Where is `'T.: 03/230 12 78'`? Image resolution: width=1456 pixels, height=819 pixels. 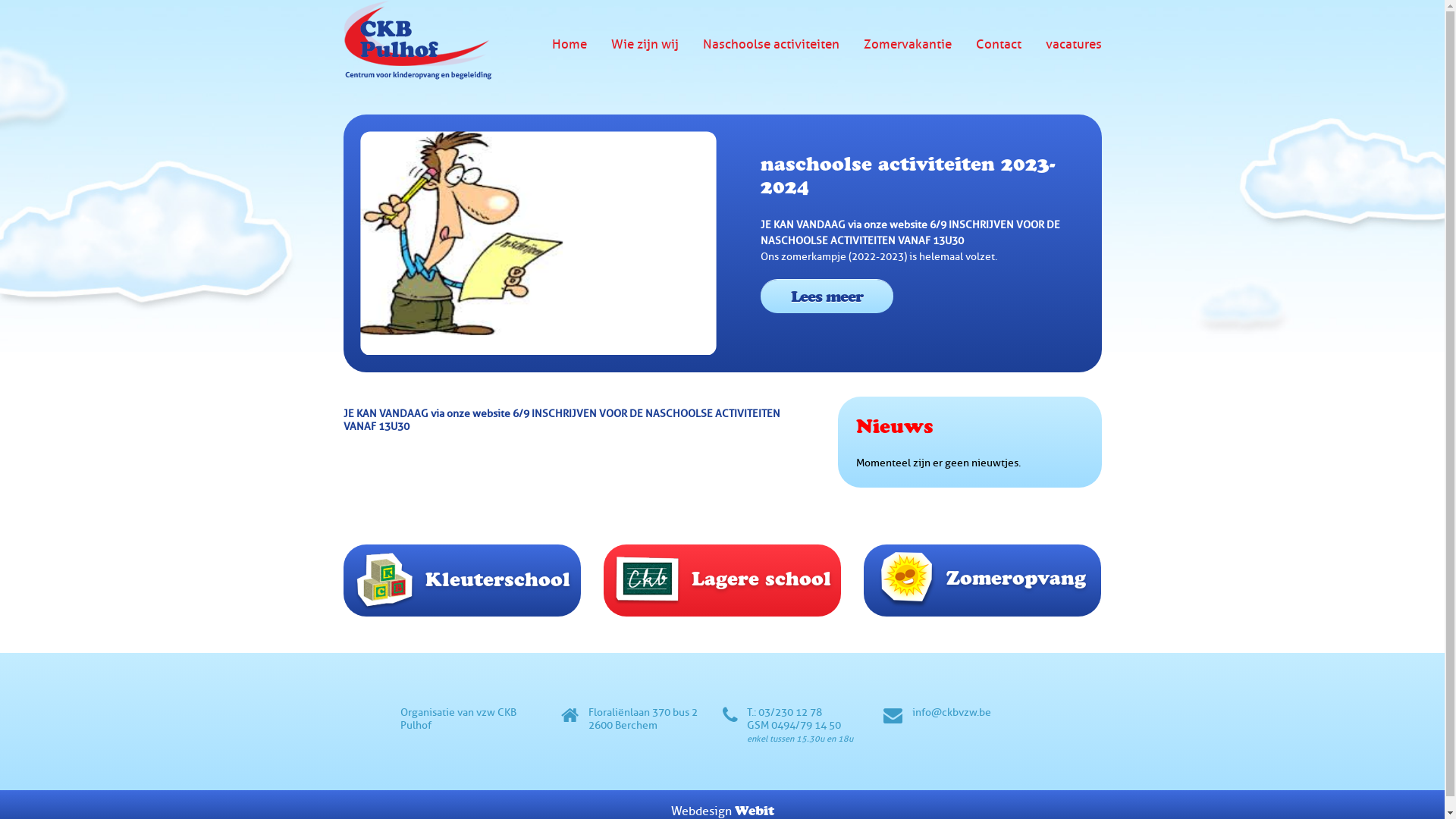 'T.: 03/230 12 78' is located at coordinates (746, 712).